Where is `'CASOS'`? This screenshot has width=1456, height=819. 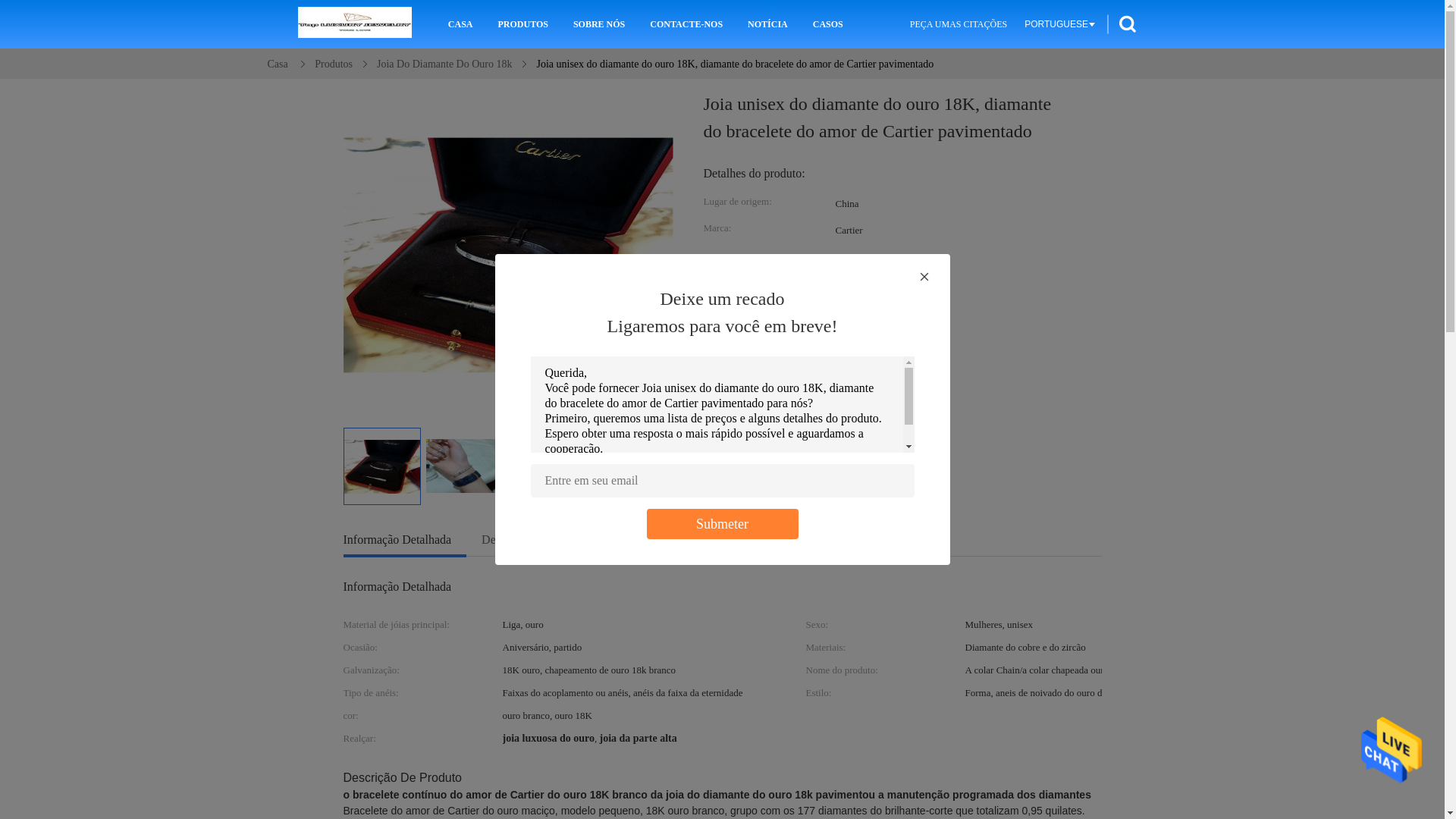 'CASOS' is located at coordinates (827, 24).